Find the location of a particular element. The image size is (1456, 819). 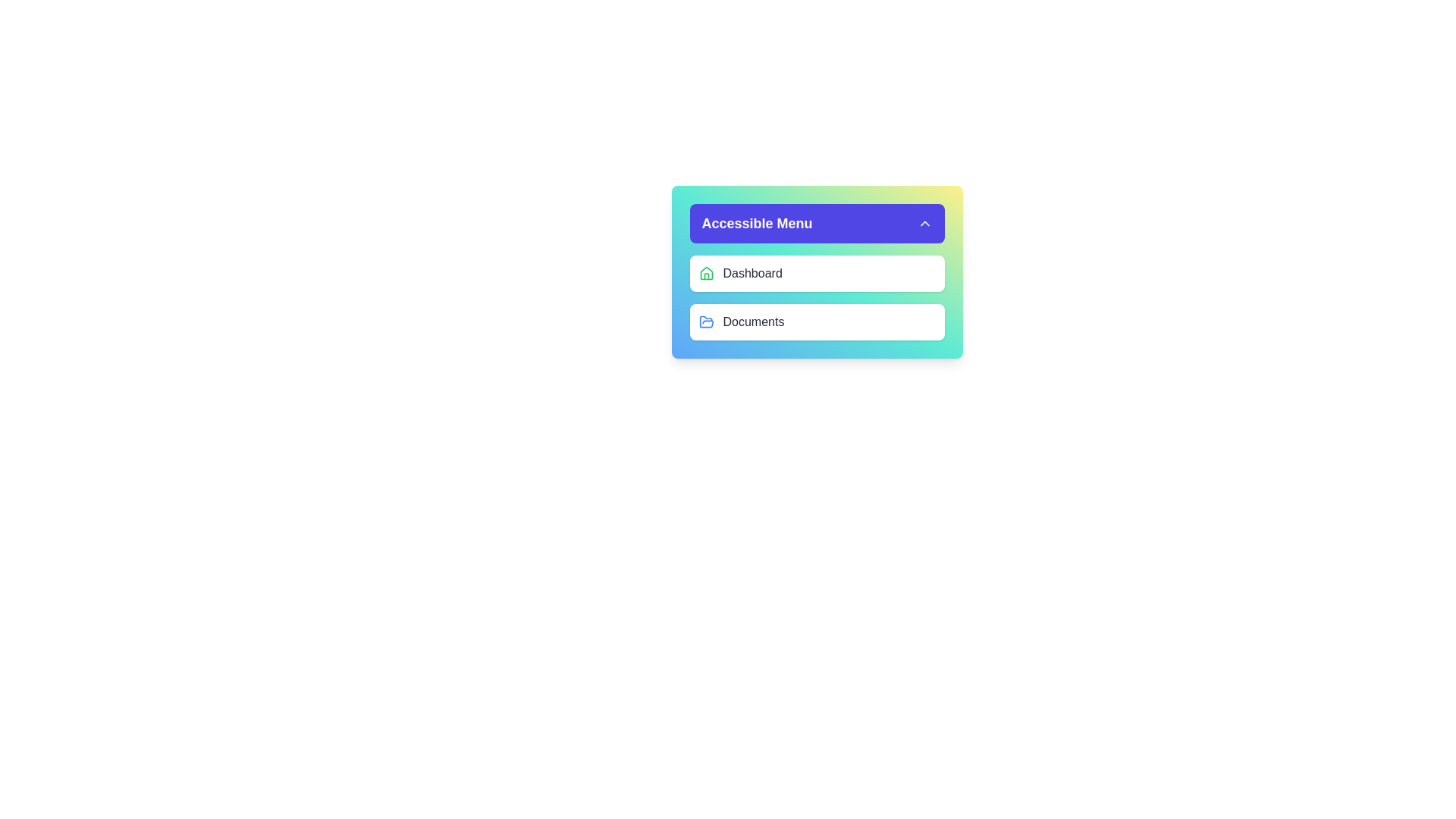

the upward-pointing chevron icon button with a white design against a vibrant blue background, located on the right side of the 'Accessible Menu' header is located at coordinates (924, 223).